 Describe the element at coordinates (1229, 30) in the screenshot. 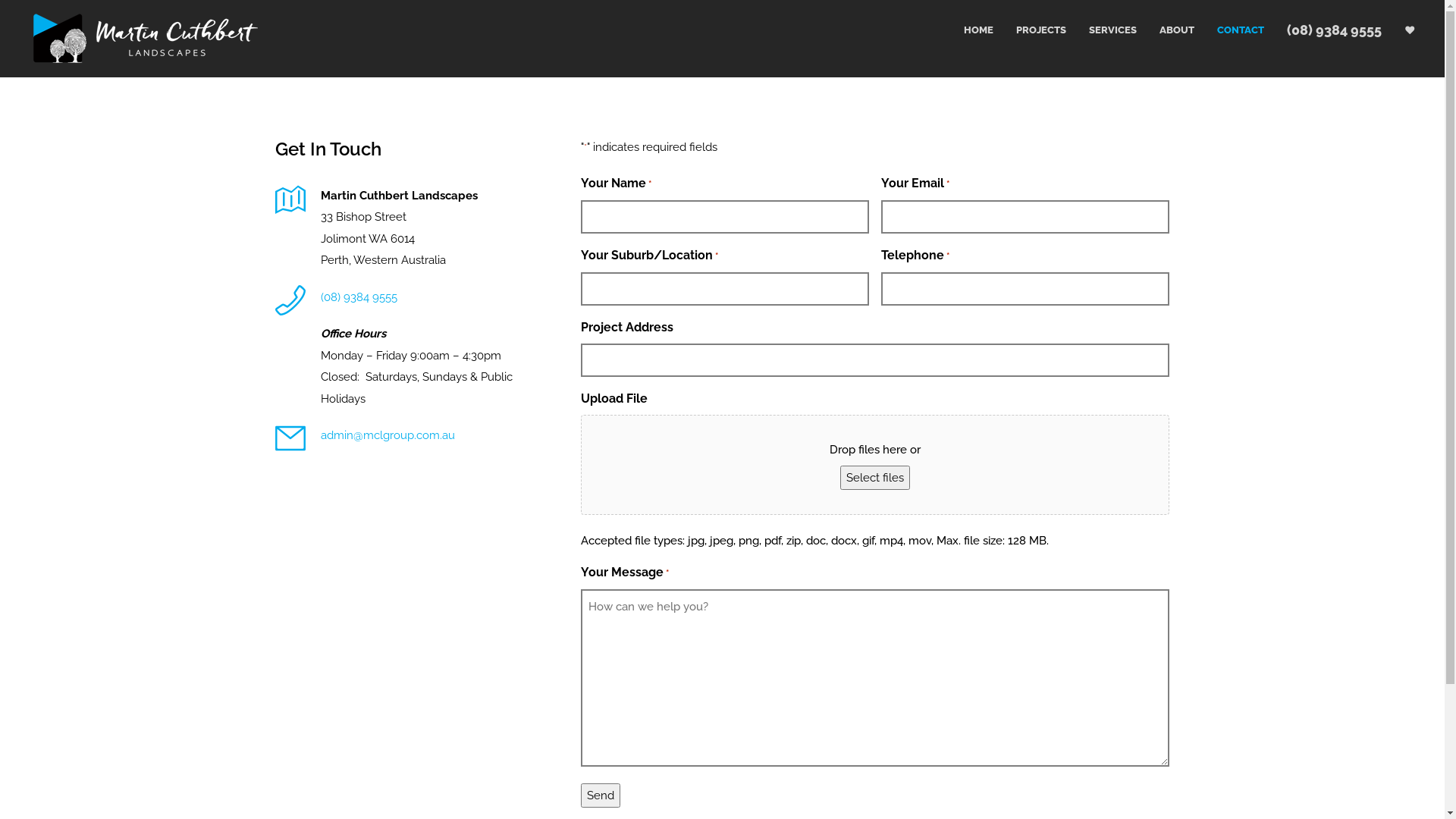

I see `'CONTACT'` at that location.